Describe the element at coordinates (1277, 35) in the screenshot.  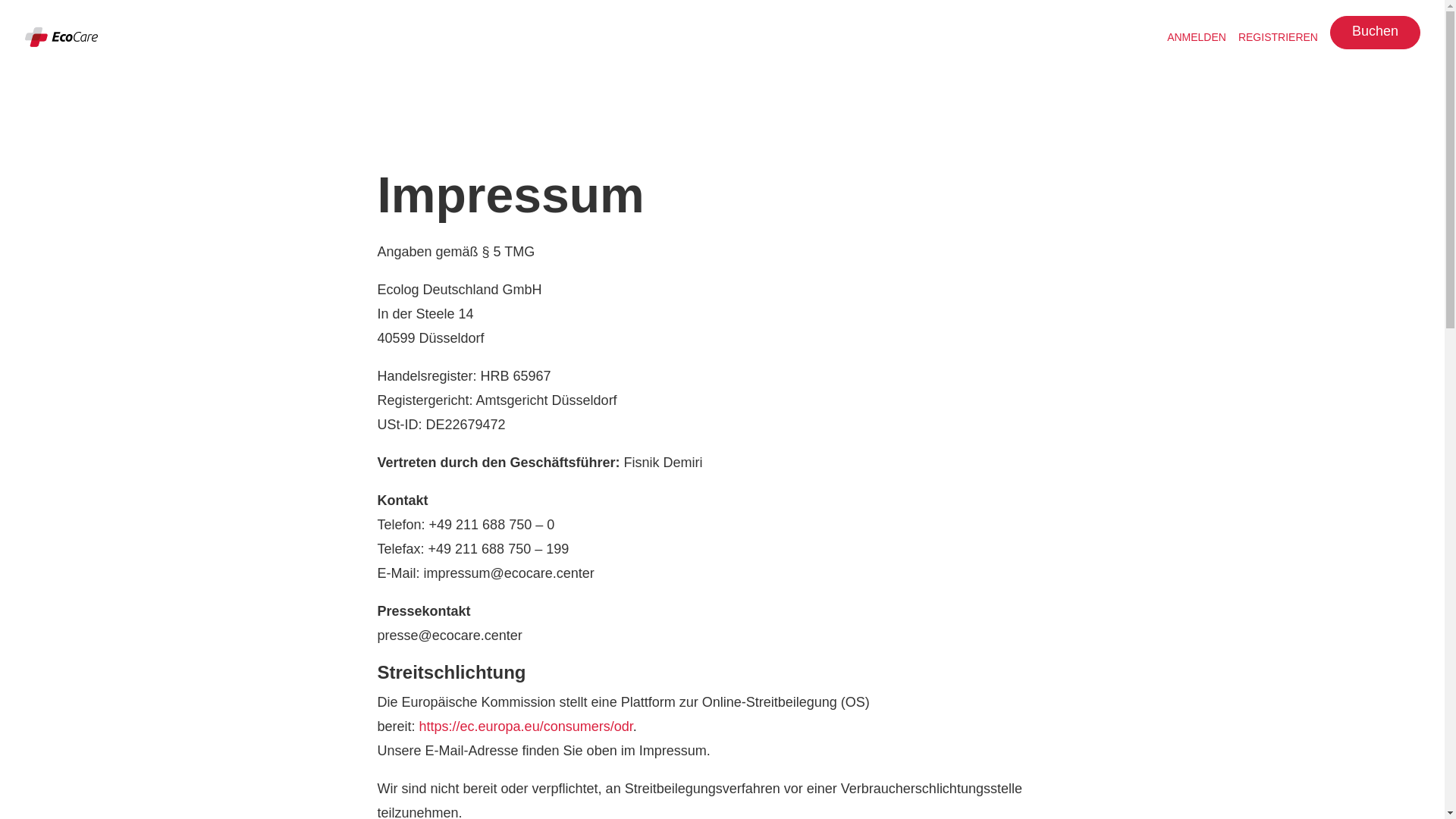
I see `'REGISTRIEREN'` at that location.